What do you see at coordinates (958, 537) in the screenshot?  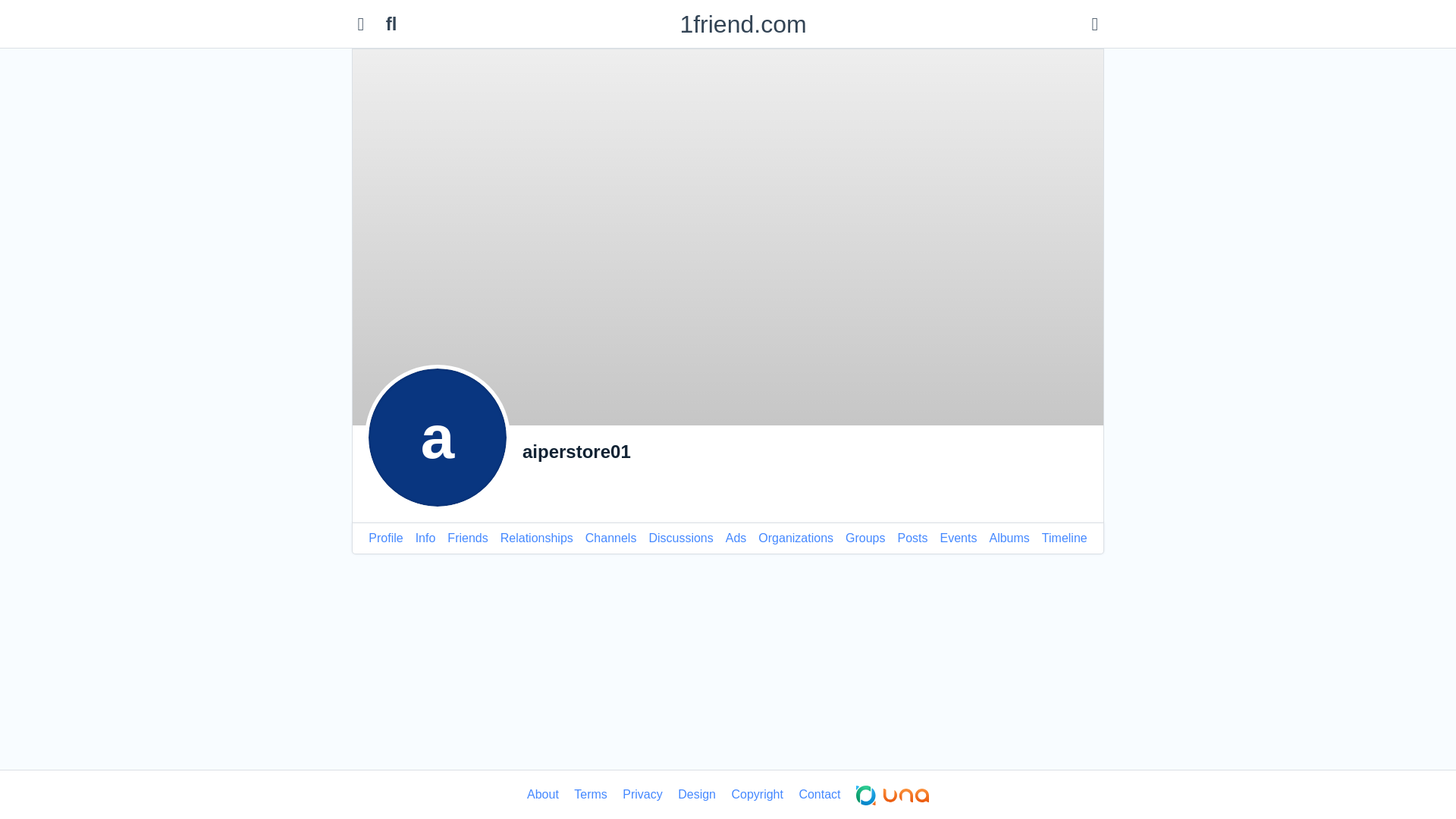 I see `'Events'` at bounding box center [958, 537].